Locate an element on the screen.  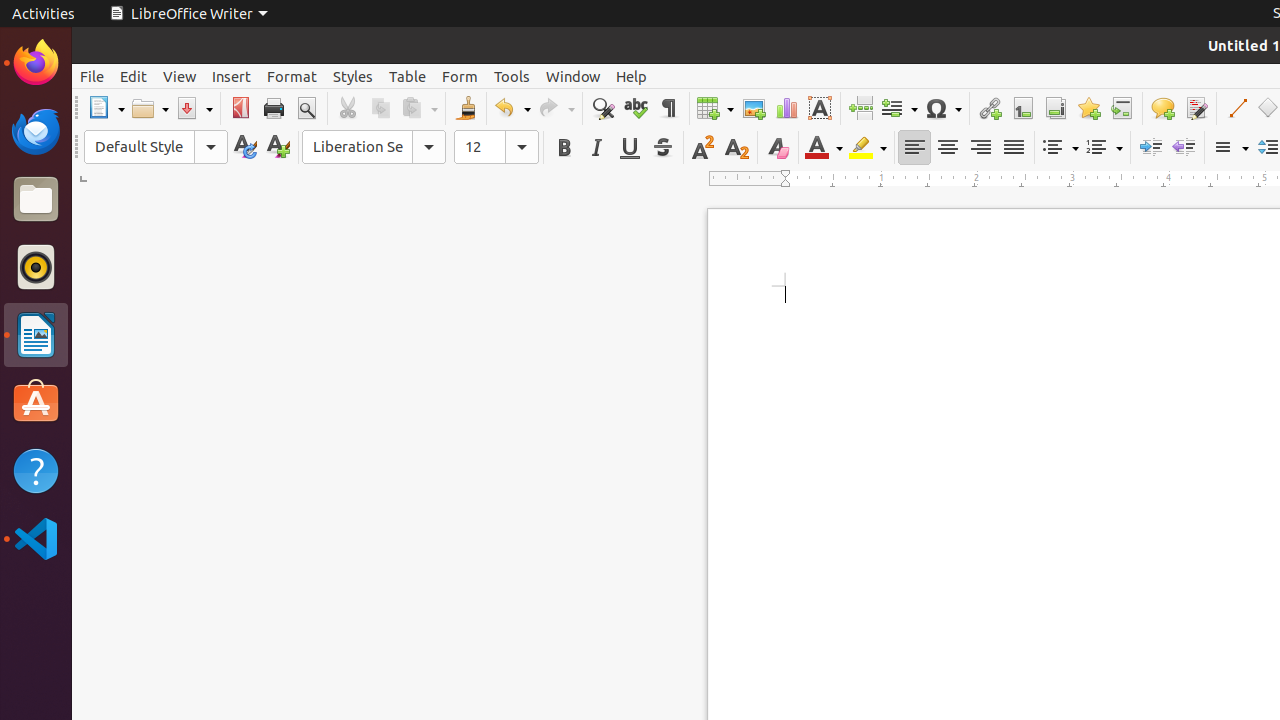
'Update' is located at coordinates (243, 146).